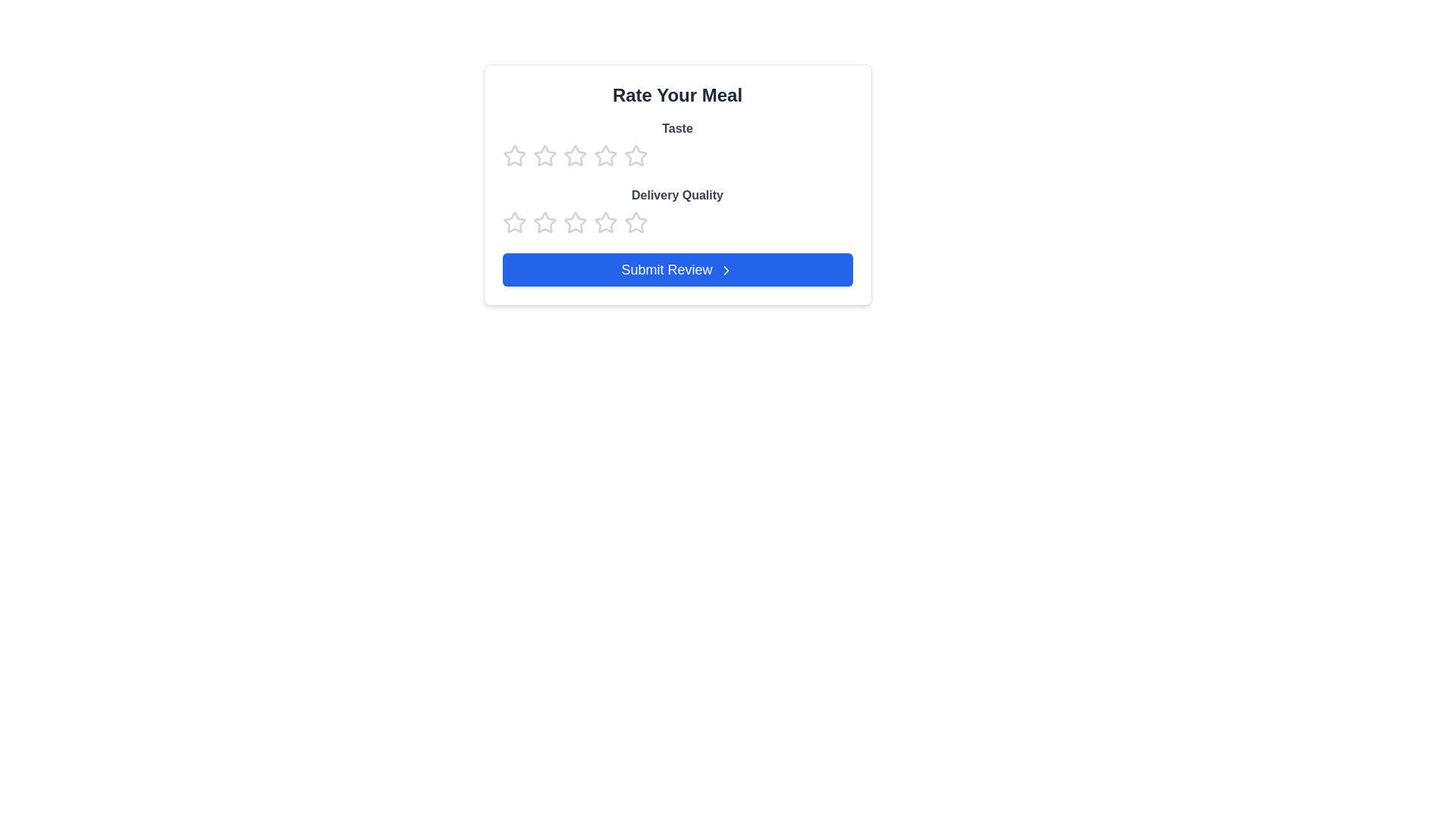 The width and height of the screenshot is (1456, 819). Describe the element at coordinates (635, 155) in the screenshot. I see `the second star icon in the rating system under the 'Taste' label` at that location.